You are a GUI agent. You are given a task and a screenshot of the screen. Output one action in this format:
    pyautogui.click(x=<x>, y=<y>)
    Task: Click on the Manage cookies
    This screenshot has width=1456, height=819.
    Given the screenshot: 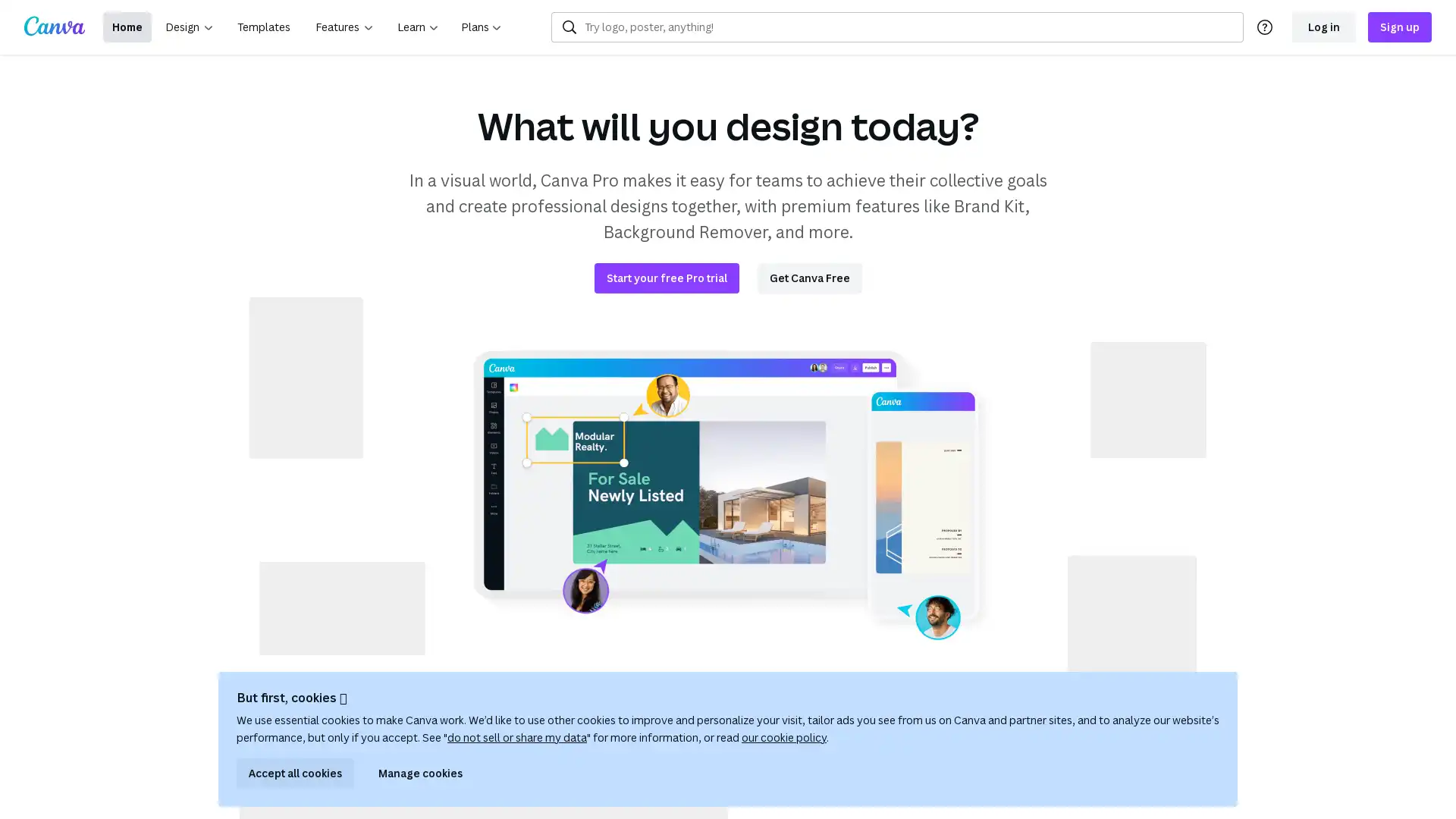 What is the action you would take?
    pyautogui.click(x=420, y=773)
    